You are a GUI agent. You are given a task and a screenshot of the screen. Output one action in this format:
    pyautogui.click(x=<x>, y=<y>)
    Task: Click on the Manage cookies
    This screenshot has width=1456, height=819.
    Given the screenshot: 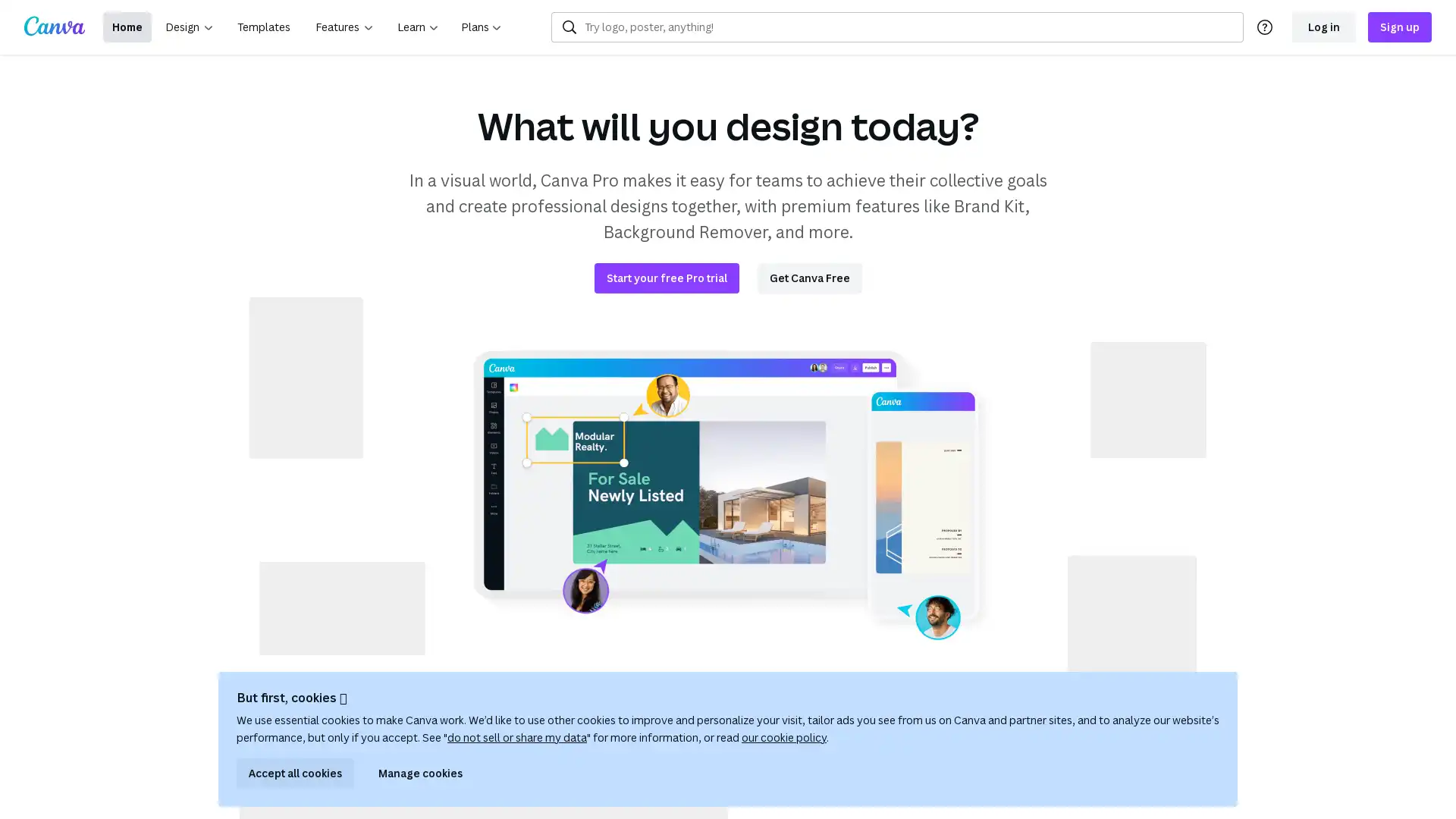 What is the action you would take?
    pyautogui.click(x=420, y=773)
    